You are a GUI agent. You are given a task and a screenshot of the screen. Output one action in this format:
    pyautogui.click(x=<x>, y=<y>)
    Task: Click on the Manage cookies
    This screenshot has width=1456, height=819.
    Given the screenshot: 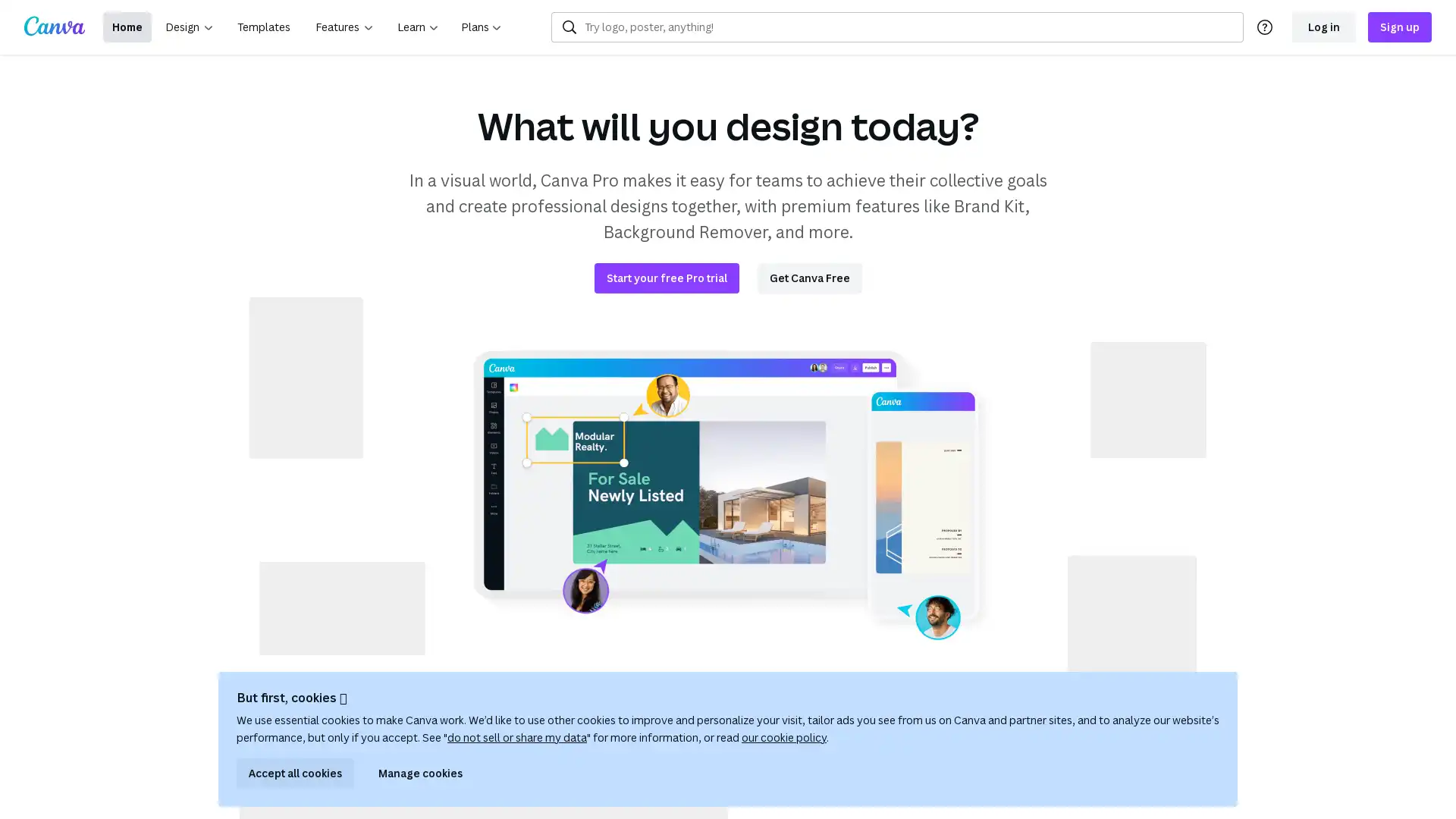 What is the action you would take?
    pyautogui.click(x=420, y=773)
    